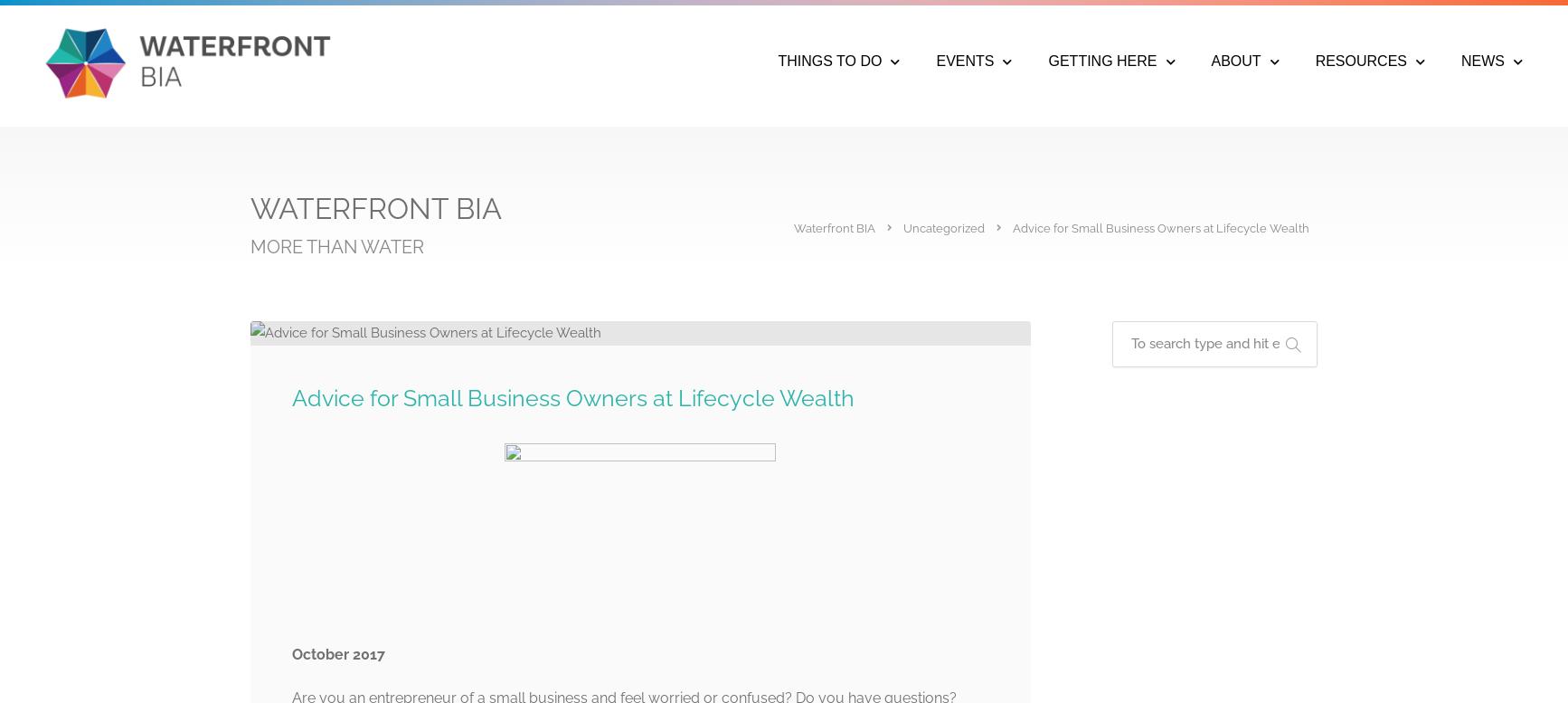  Describe the element at coordinates (375, 208) in the screenshot. I see `'WATERFRONT BIA'` at that location.